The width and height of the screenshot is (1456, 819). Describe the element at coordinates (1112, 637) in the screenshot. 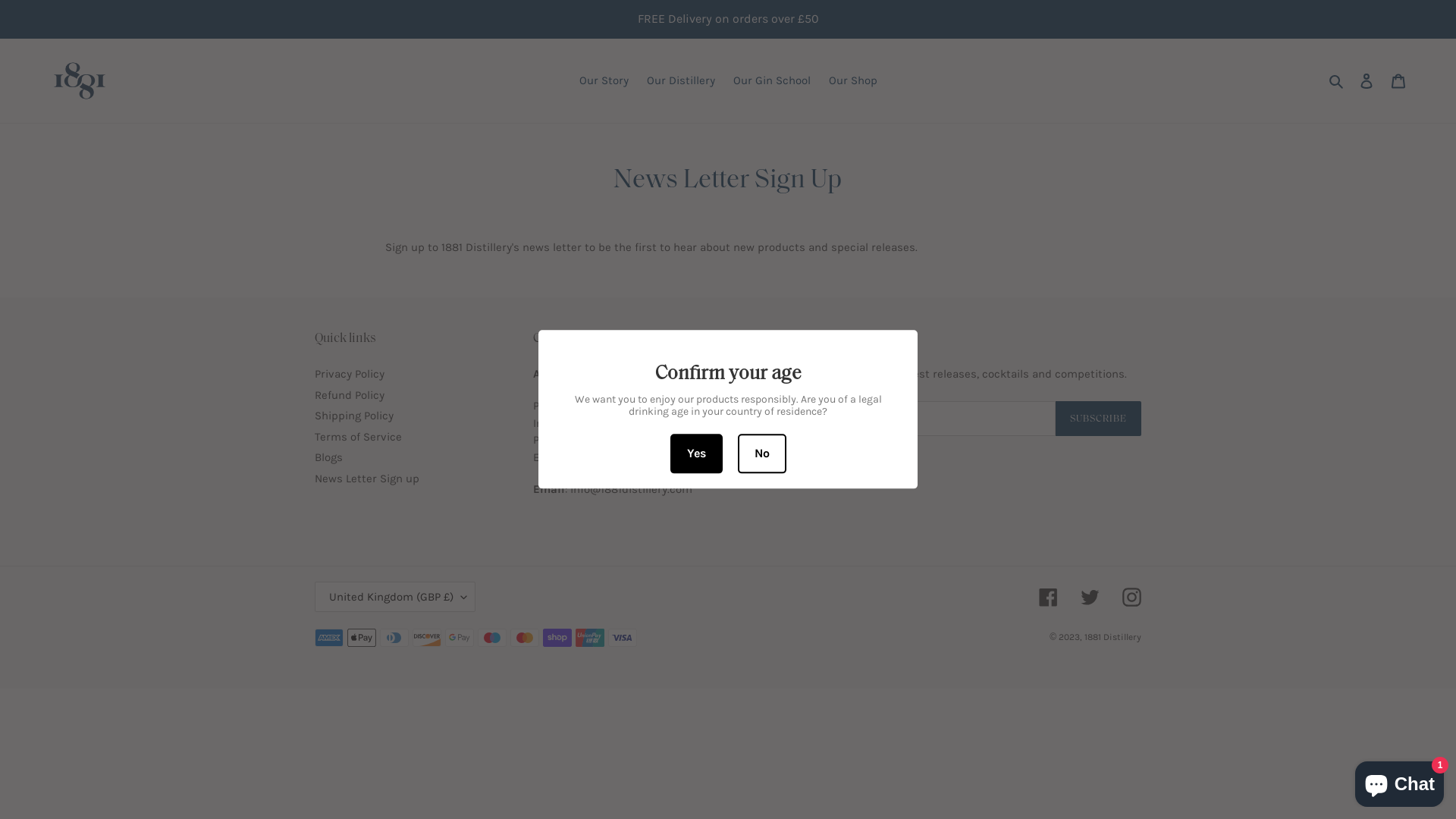

I see `'1881 Distillery'` at that location.